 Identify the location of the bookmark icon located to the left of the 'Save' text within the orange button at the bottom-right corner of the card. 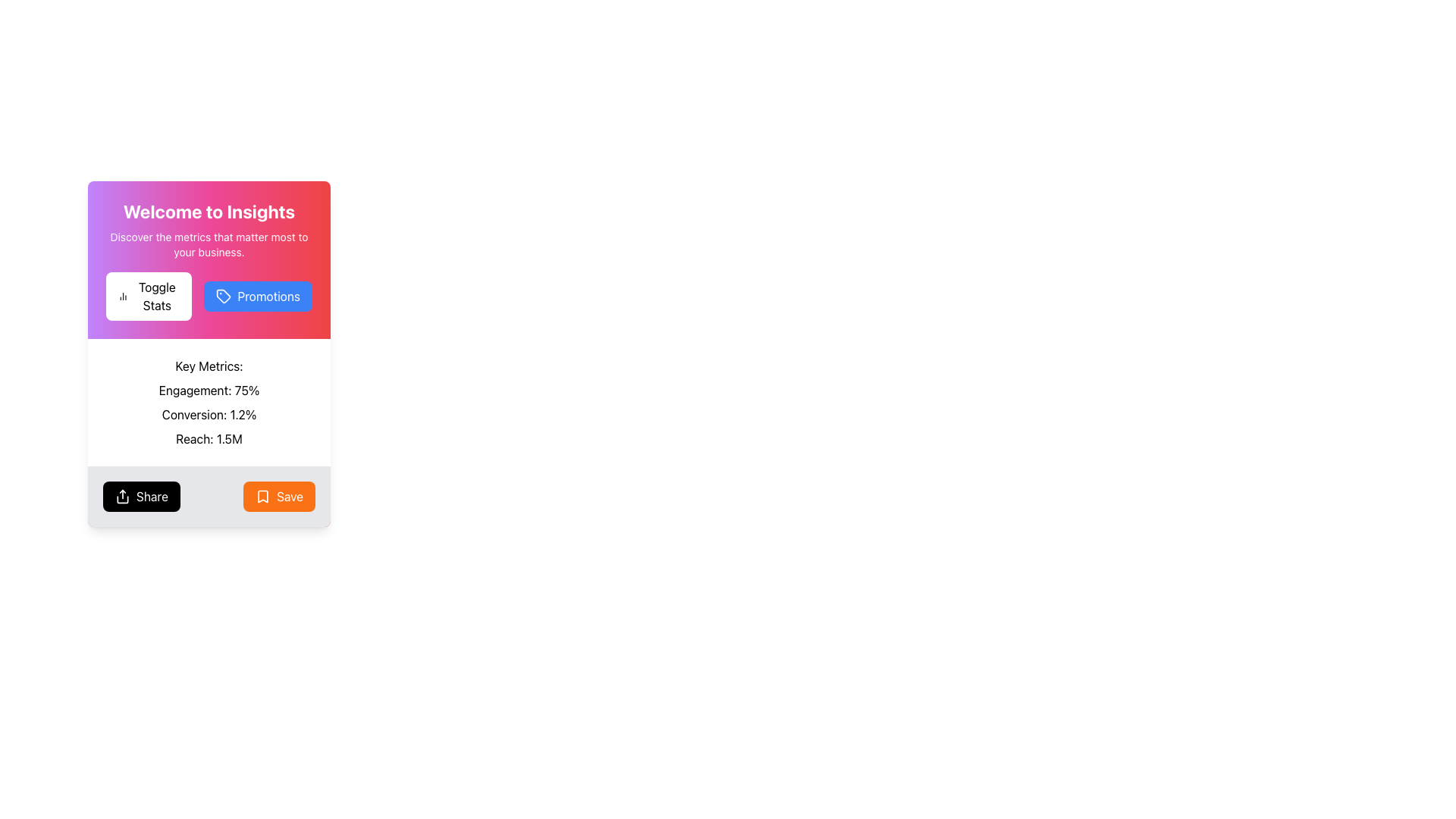
(262, 497).